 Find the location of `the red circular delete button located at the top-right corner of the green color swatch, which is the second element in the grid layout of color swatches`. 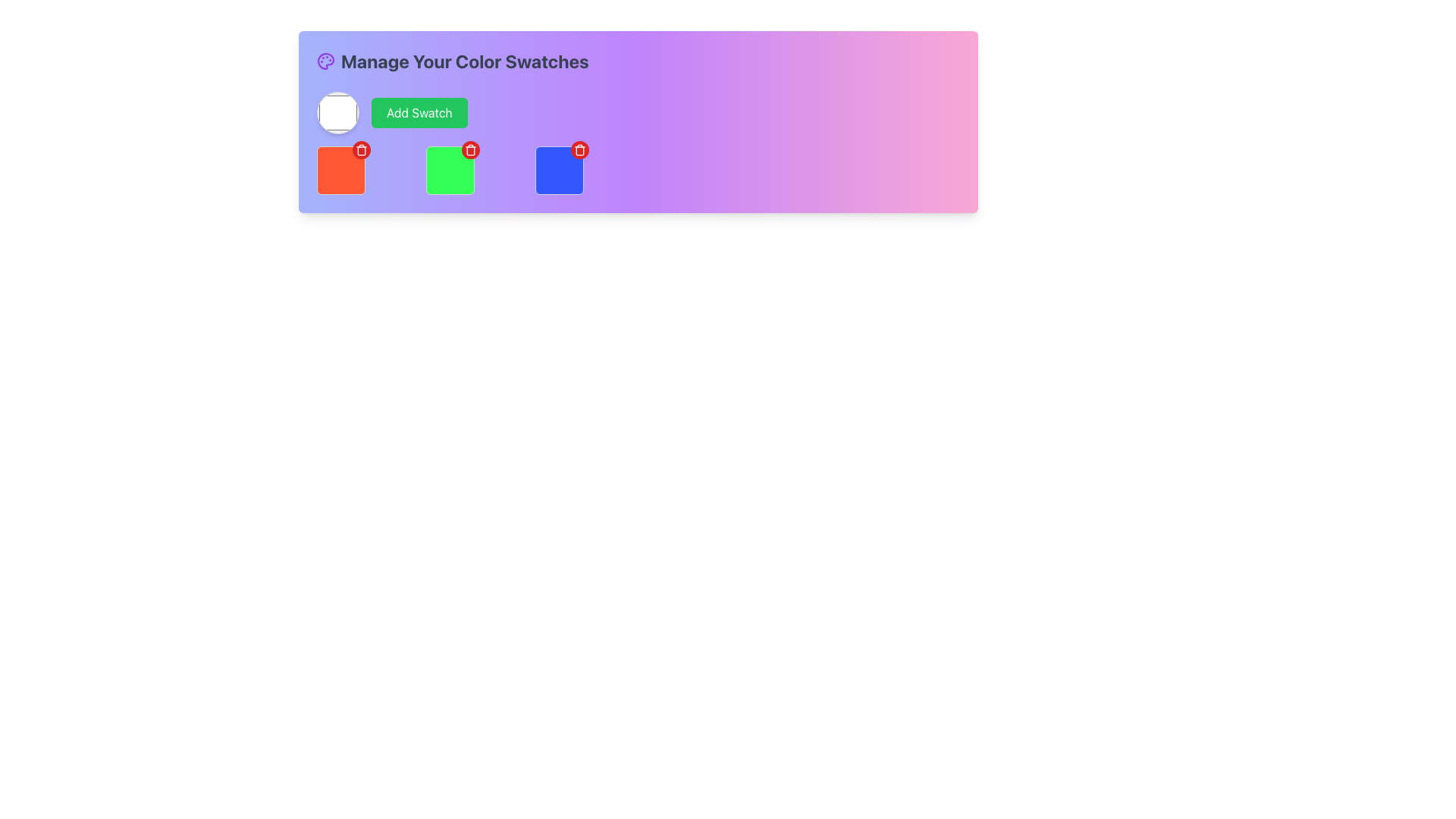

the red circular delete button located at the top-right corner of the green color swatch, which is the second element in the grid layout of color swatches is located at coordinates (450, 170).